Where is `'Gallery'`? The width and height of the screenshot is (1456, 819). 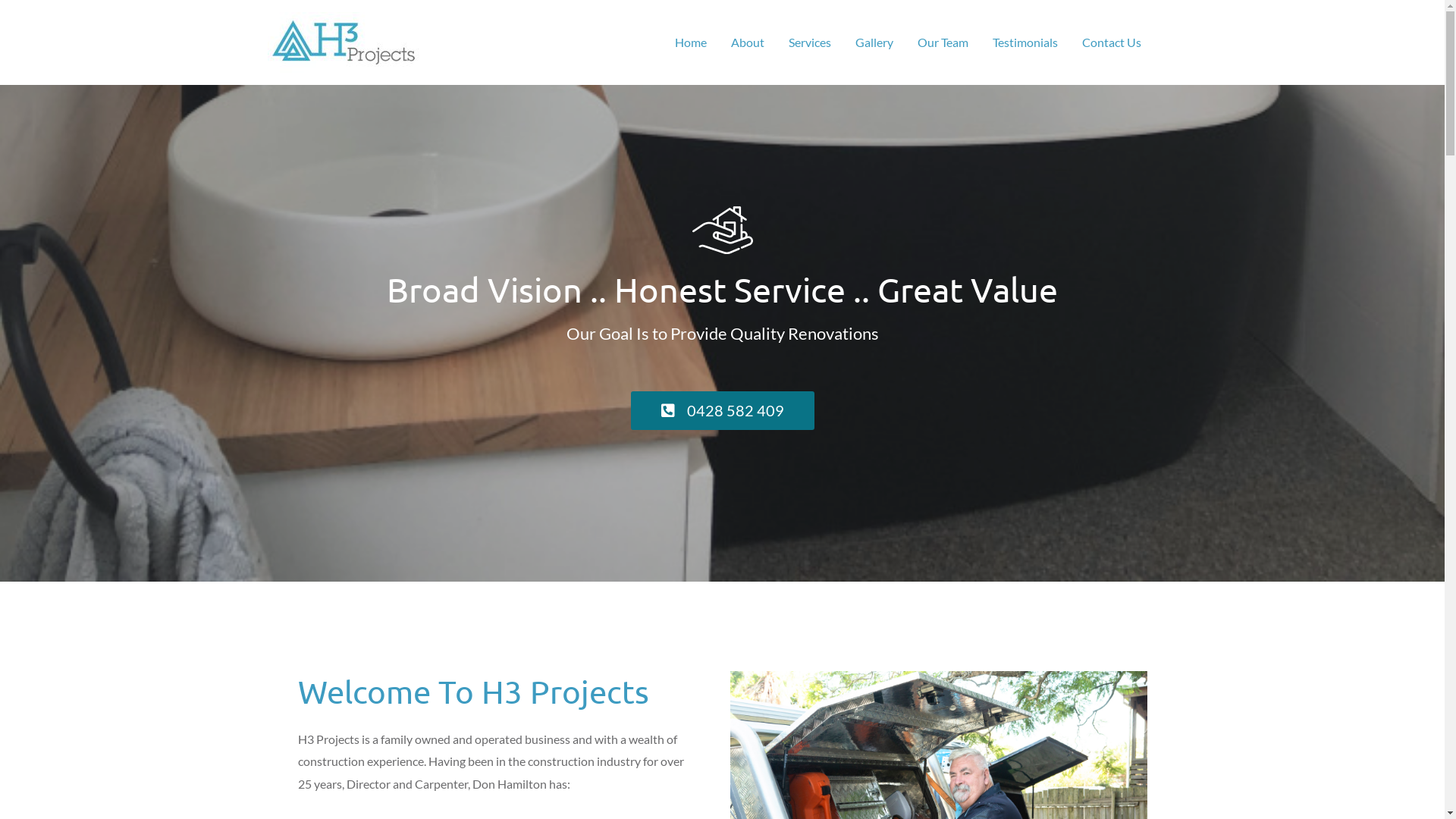
'Gallery' is located at coordinates (874, 42).